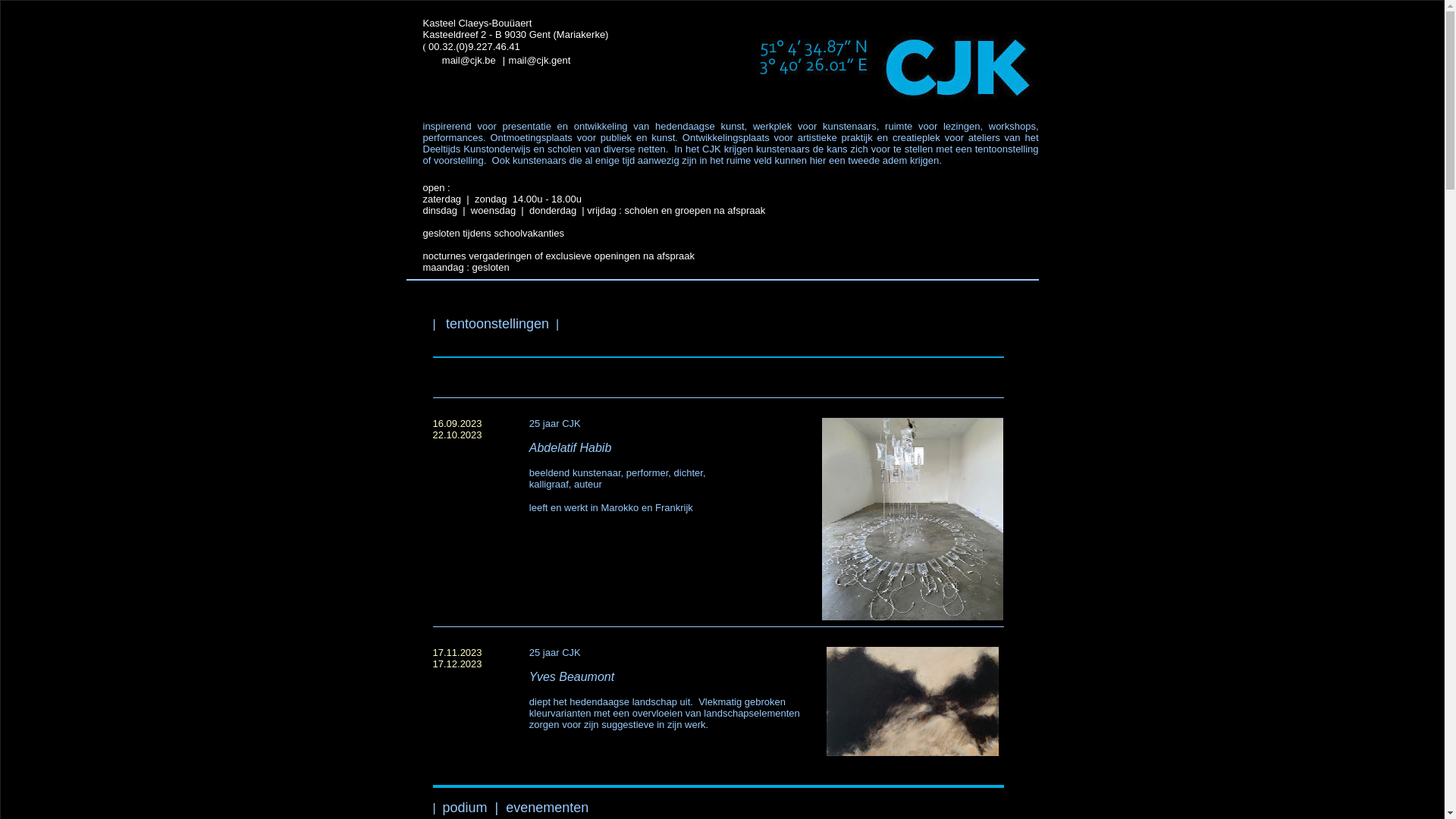  I want to click on 'mail@cjk.gent', so click(539, 58).